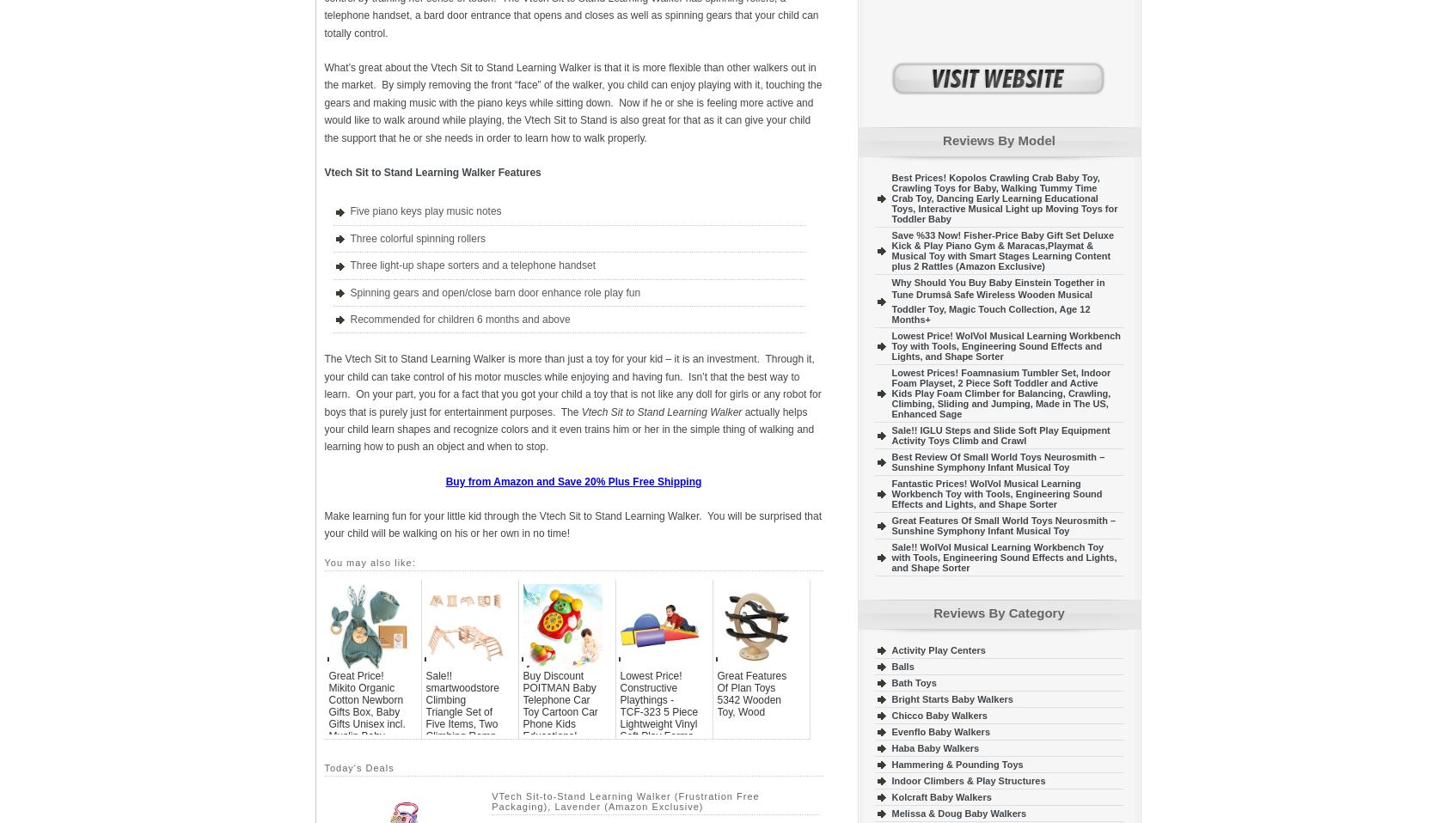 This screenshot has height=823, width=1456. What do you see at coordinates (956, 764) in the screenshot?
I see `'Hammering & Pounding Toys'` at bounding box center [956, 764].